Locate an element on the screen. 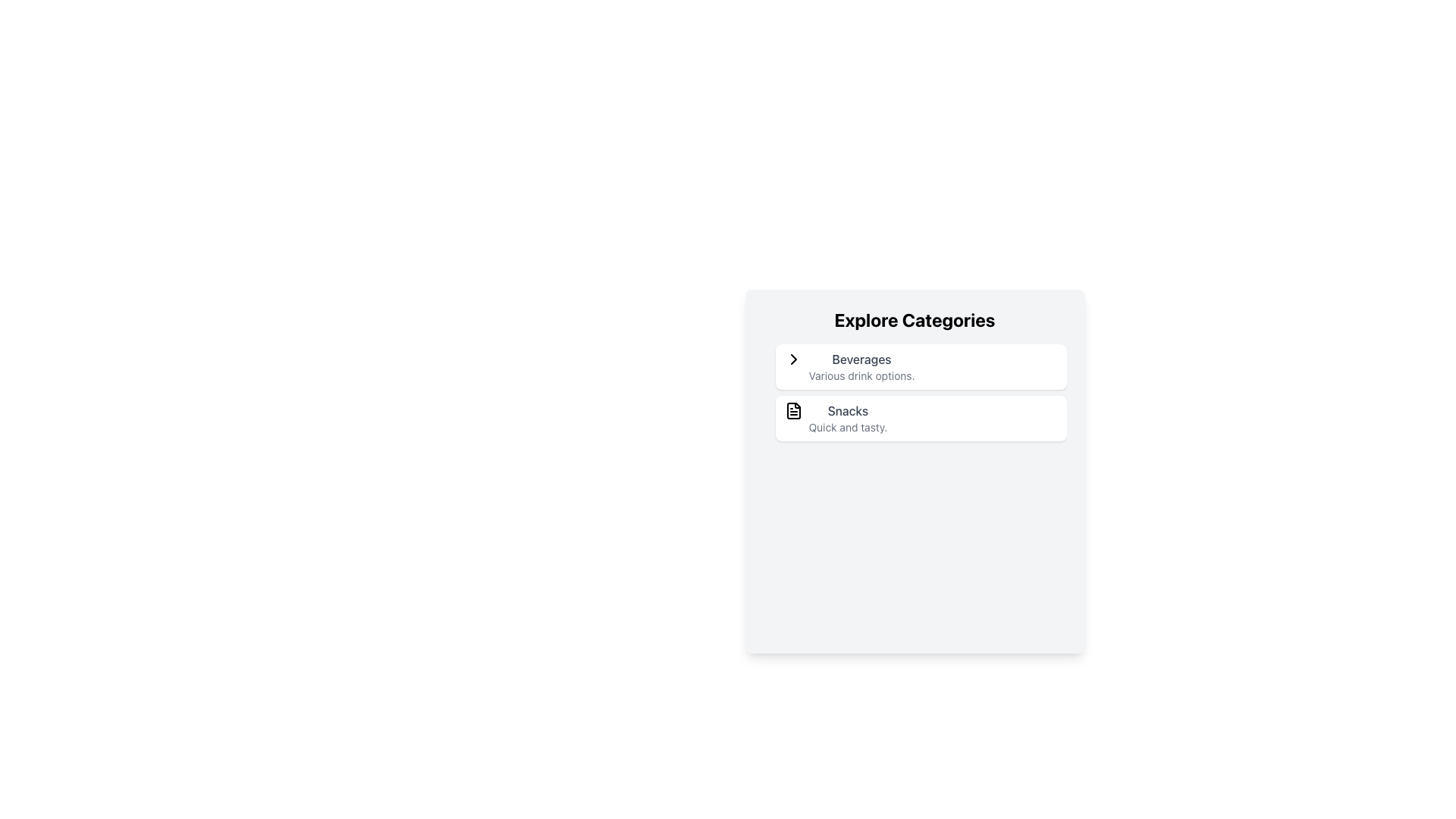  the static text label that describes the 'Beverages' category, which is positioned directly below the 'Beverages' label in the 'Explore Categories' section is located at coordinates (861, 375).